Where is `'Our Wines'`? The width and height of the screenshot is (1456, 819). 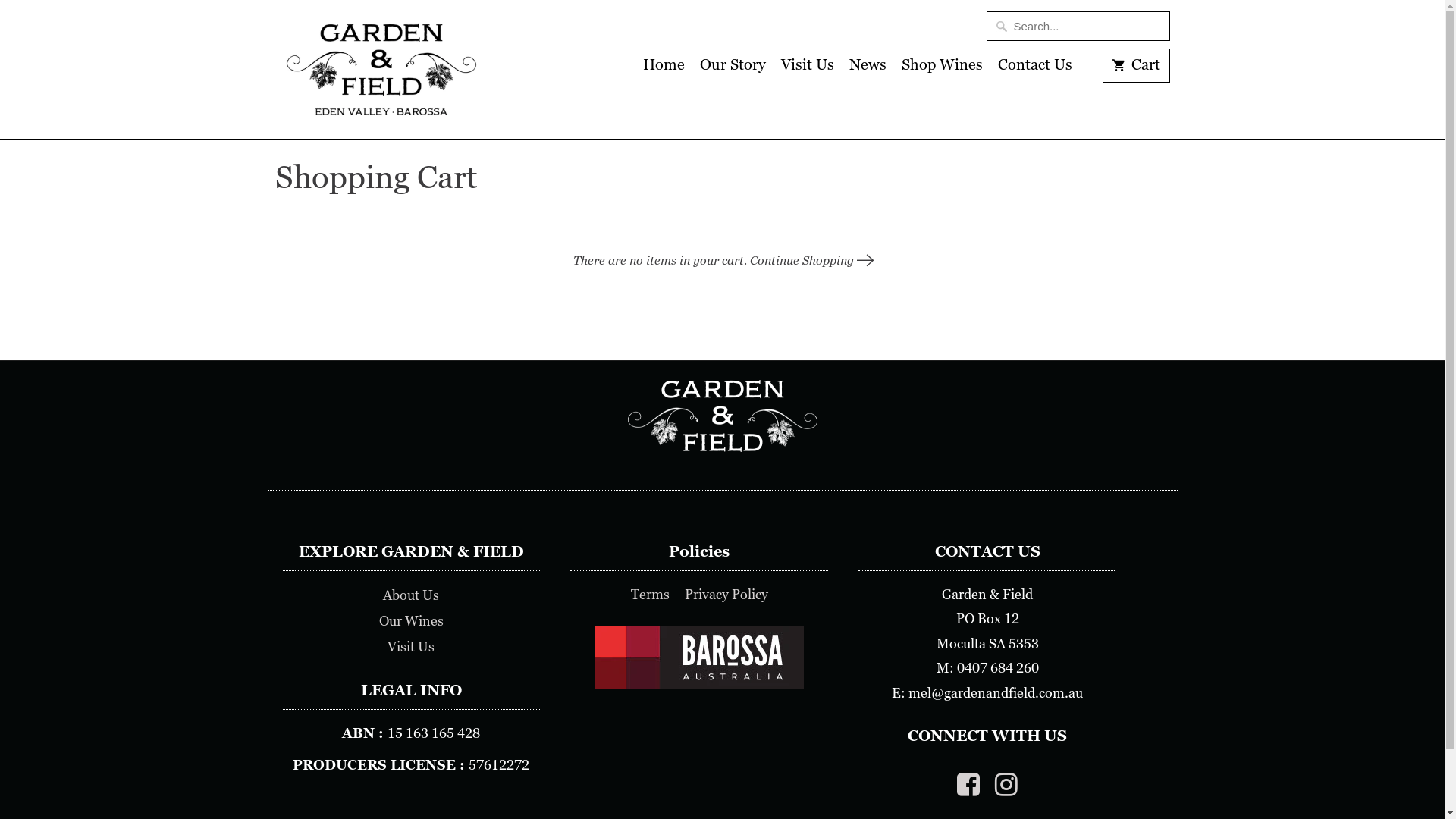 'Our Wines' is located at coordinates (378, 620).